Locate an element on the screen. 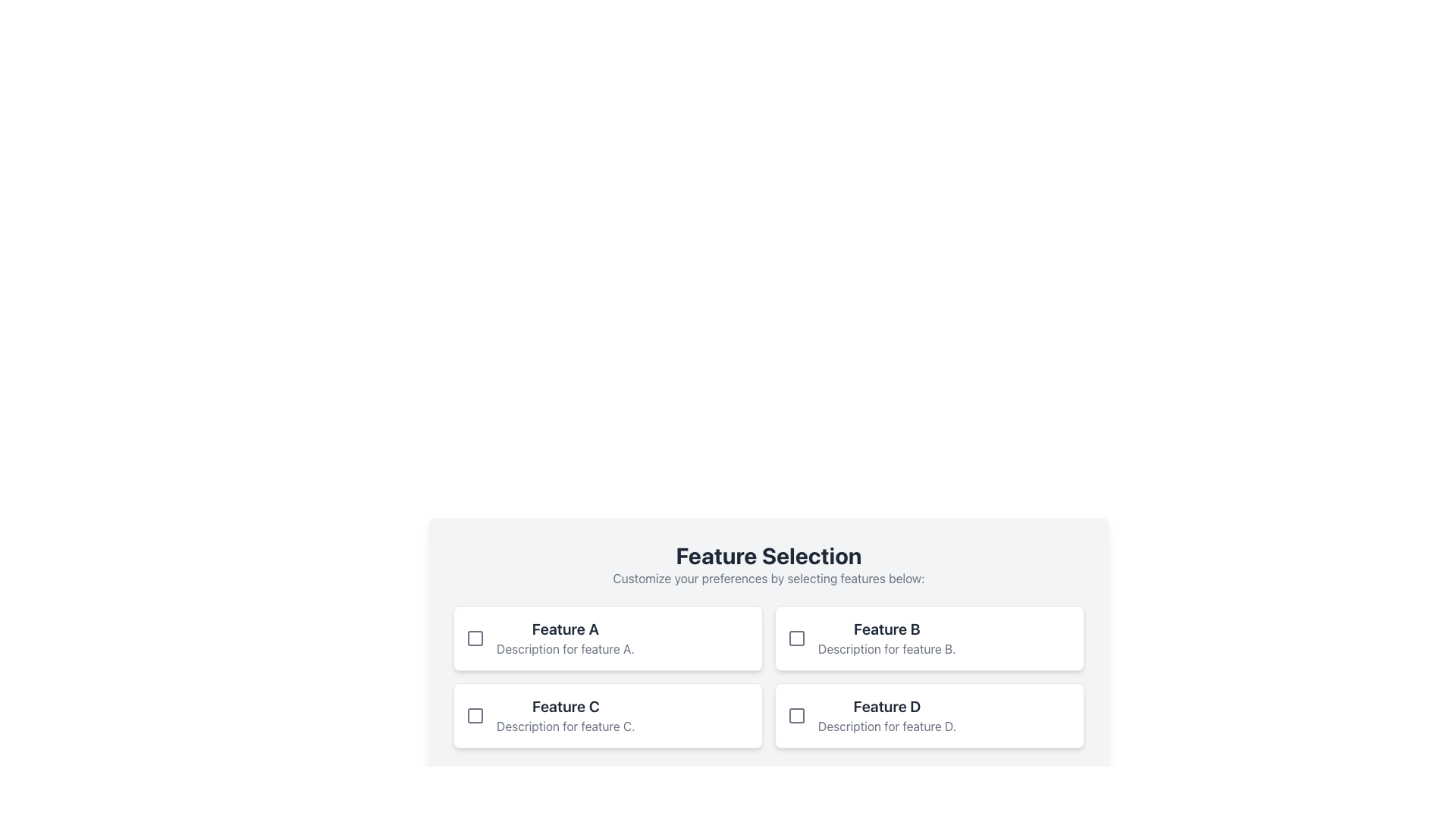  the text label displaying 'Description for feature D.' which is styled in gray and located below the title 'Feature D' is located at coordinates (887, 725).